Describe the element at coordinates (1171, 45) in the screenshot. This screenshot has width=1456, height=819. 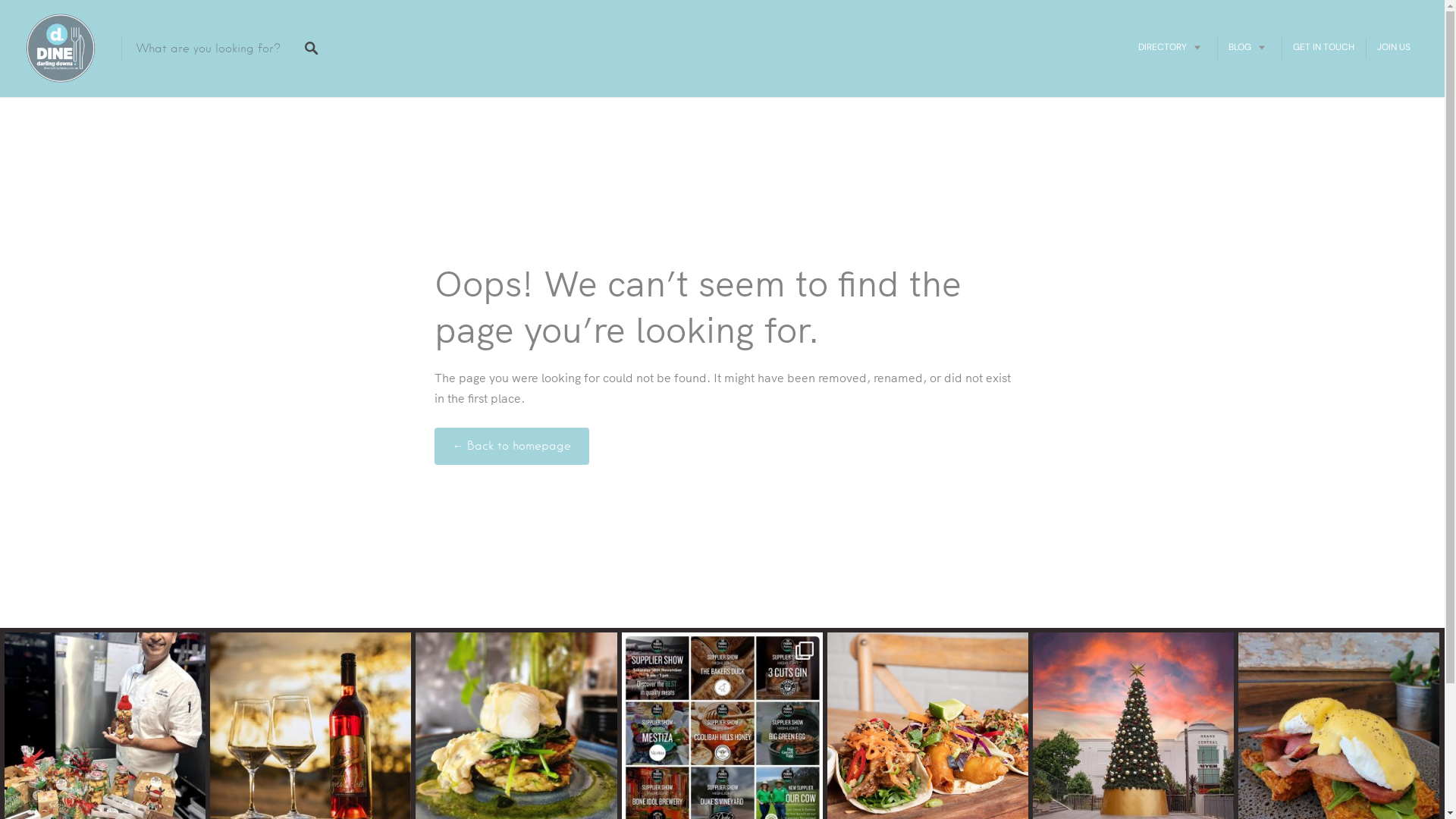
I see `'DIRECTORY'` at that location.